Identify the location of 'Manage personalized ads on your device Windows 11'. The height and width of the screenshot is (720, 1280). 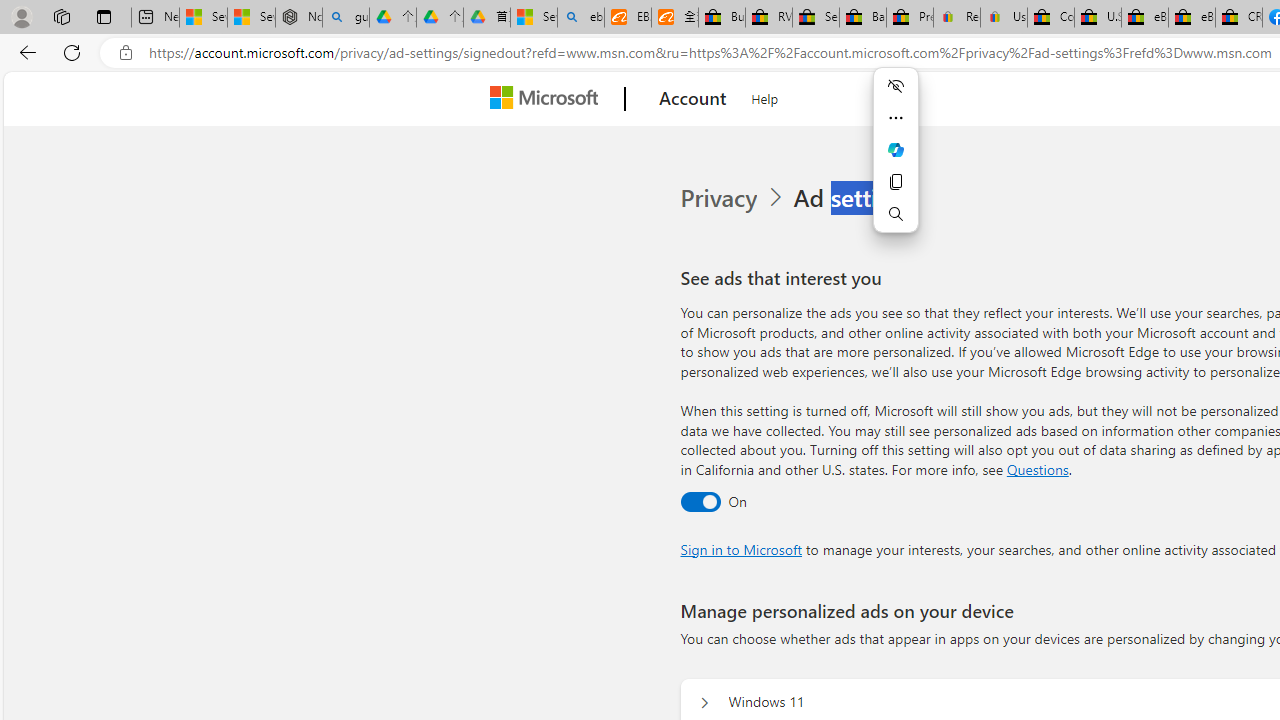
(704, 702).